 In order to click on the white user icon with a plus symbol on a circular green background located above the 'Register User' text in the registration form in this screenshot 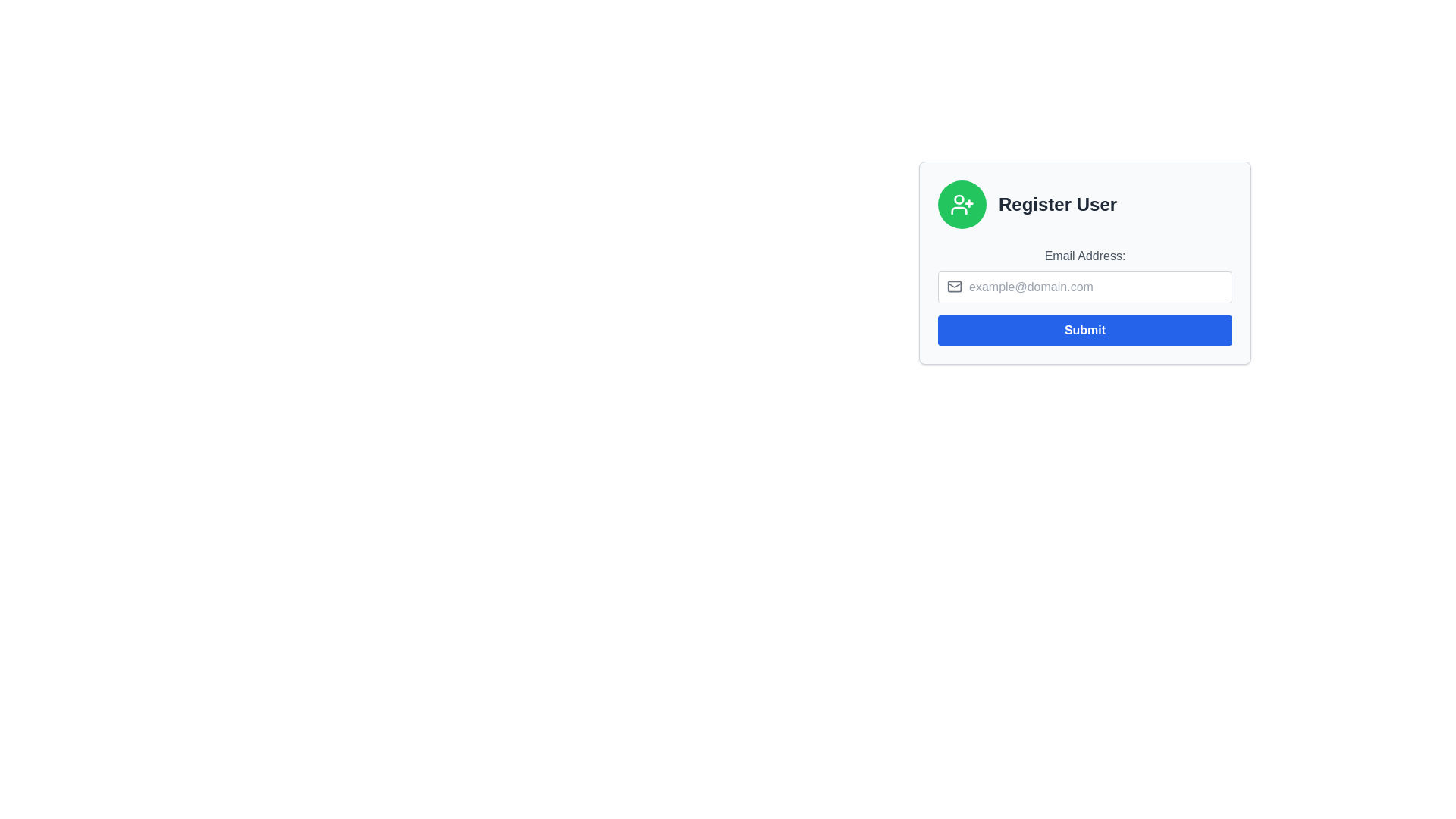, I will do `click(961, 205)`.